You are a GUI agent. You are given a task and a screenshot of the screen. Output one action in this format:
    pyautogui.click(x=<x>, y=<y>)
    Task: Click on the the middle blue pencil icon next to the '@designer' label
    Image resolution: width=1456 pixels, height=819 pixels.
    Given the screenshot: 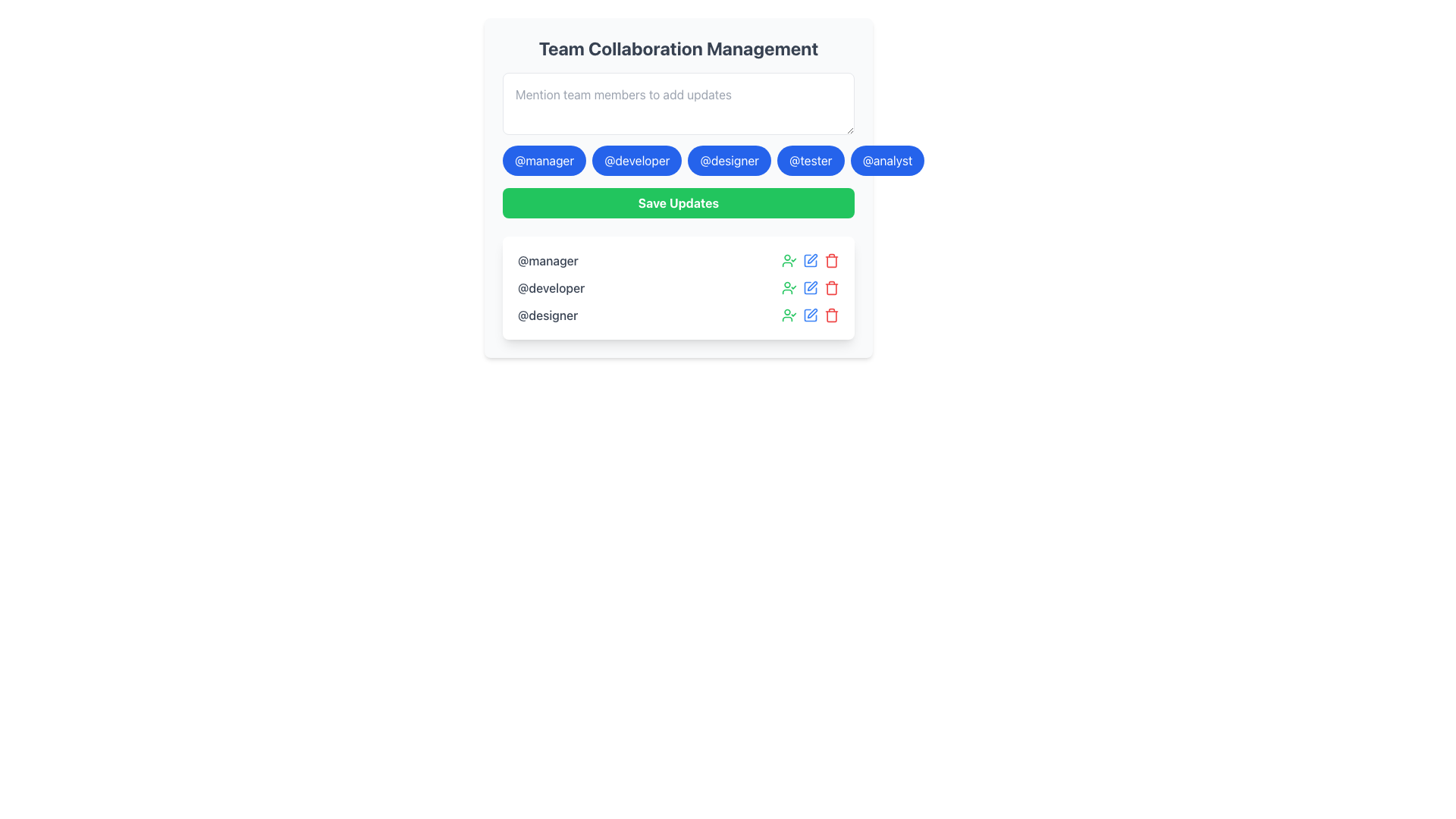 What is the action you would take?
    pyautogui.click(x=810, y=315)
    